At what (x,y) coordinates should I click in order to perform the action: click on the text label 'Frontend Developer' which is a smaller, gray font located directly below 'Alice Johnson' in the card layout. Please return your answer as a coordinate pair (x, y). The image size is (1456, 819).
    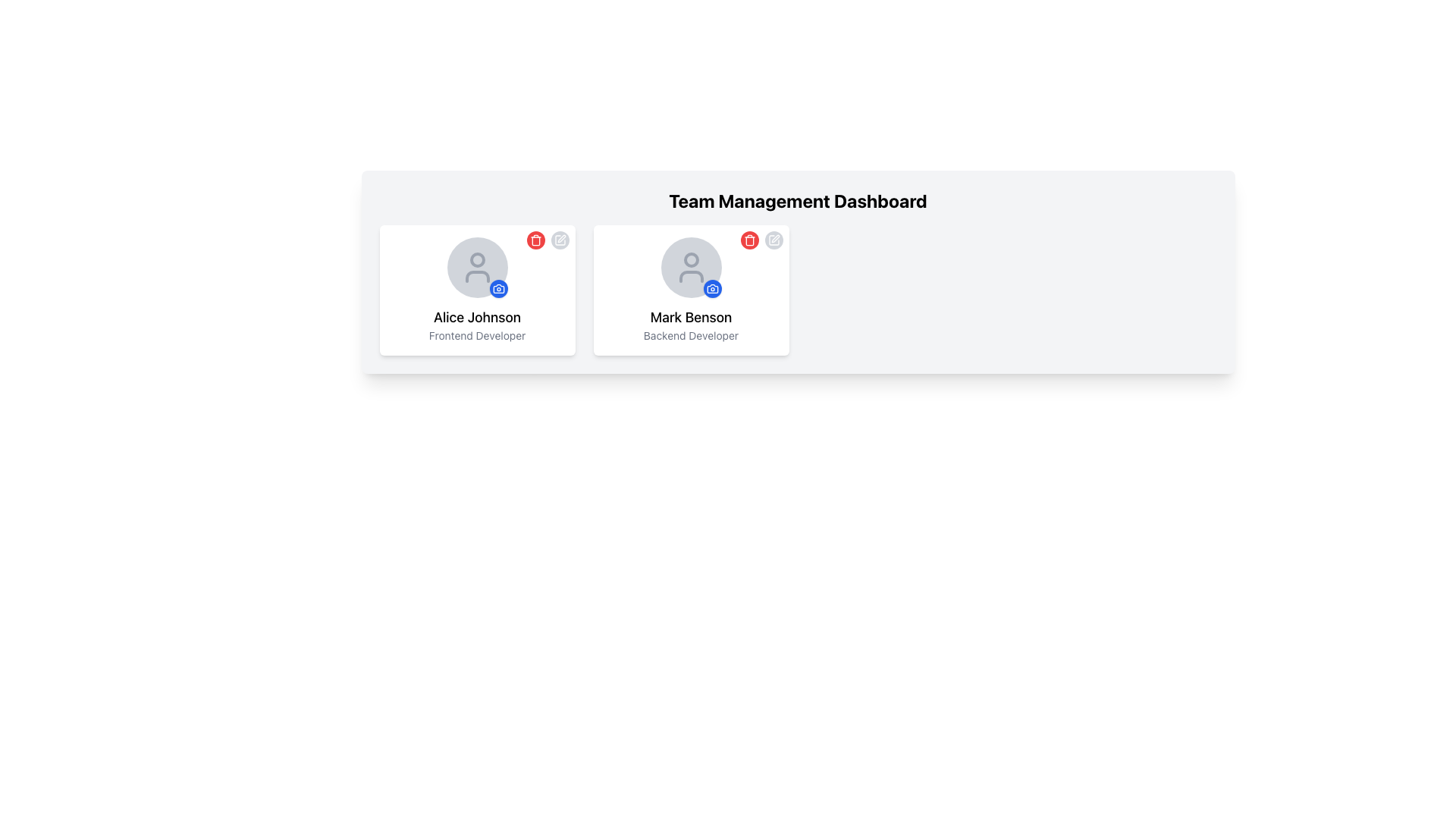
    Looking at the image, I should click on (476, 335).